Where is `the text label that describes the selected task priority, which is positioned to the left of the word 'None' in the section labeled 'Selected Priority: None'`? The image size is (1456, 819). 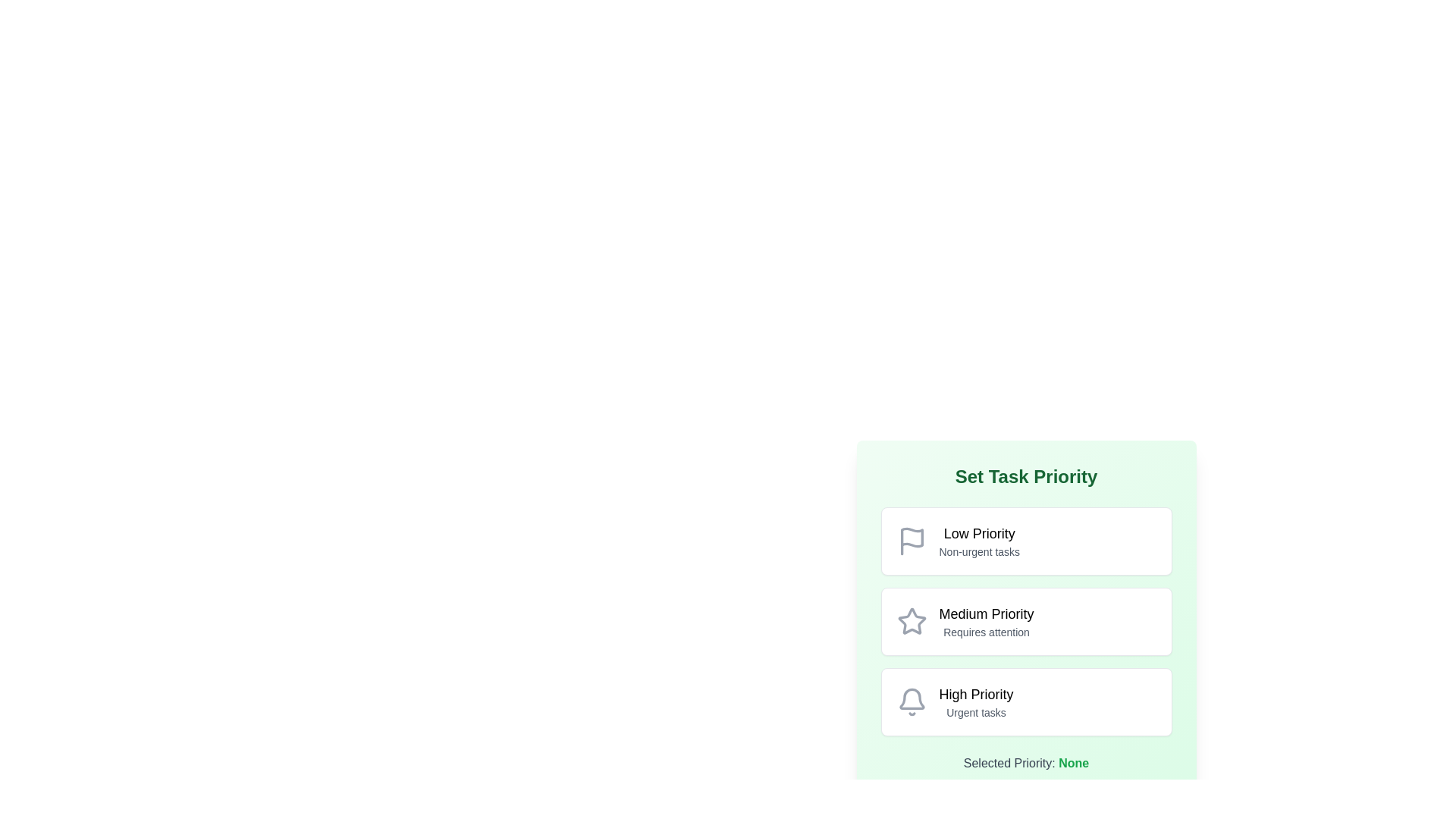
the text label that describes the selected task priority, which is positioned to the left of the word 'None' in the section labeled 'Selected Priority: None' is located at coordinates (1009, 763).